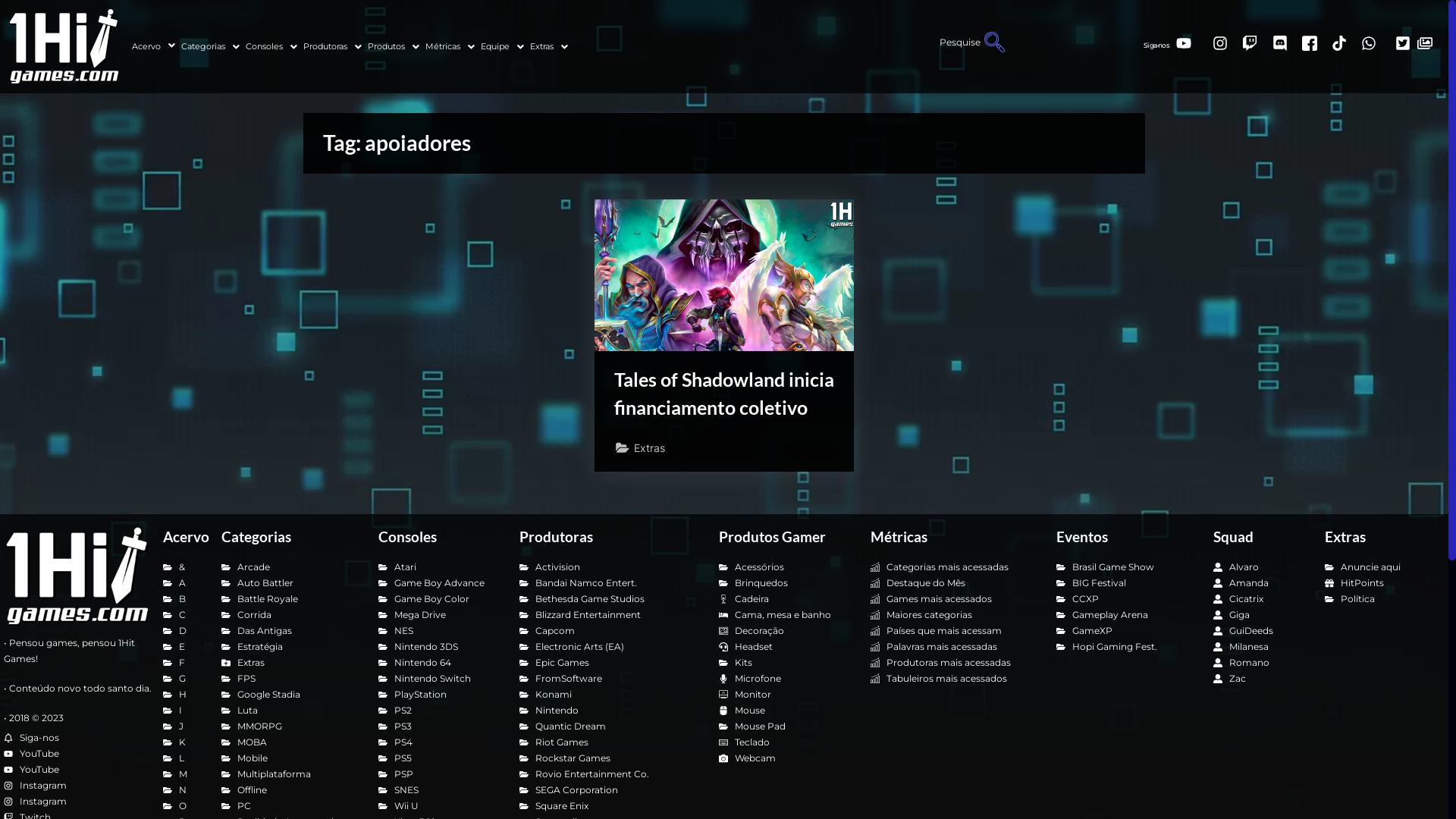 The width and height of the screenshot is (1456, 819). I want to click on 'Das Antigas', so click(292, 630).